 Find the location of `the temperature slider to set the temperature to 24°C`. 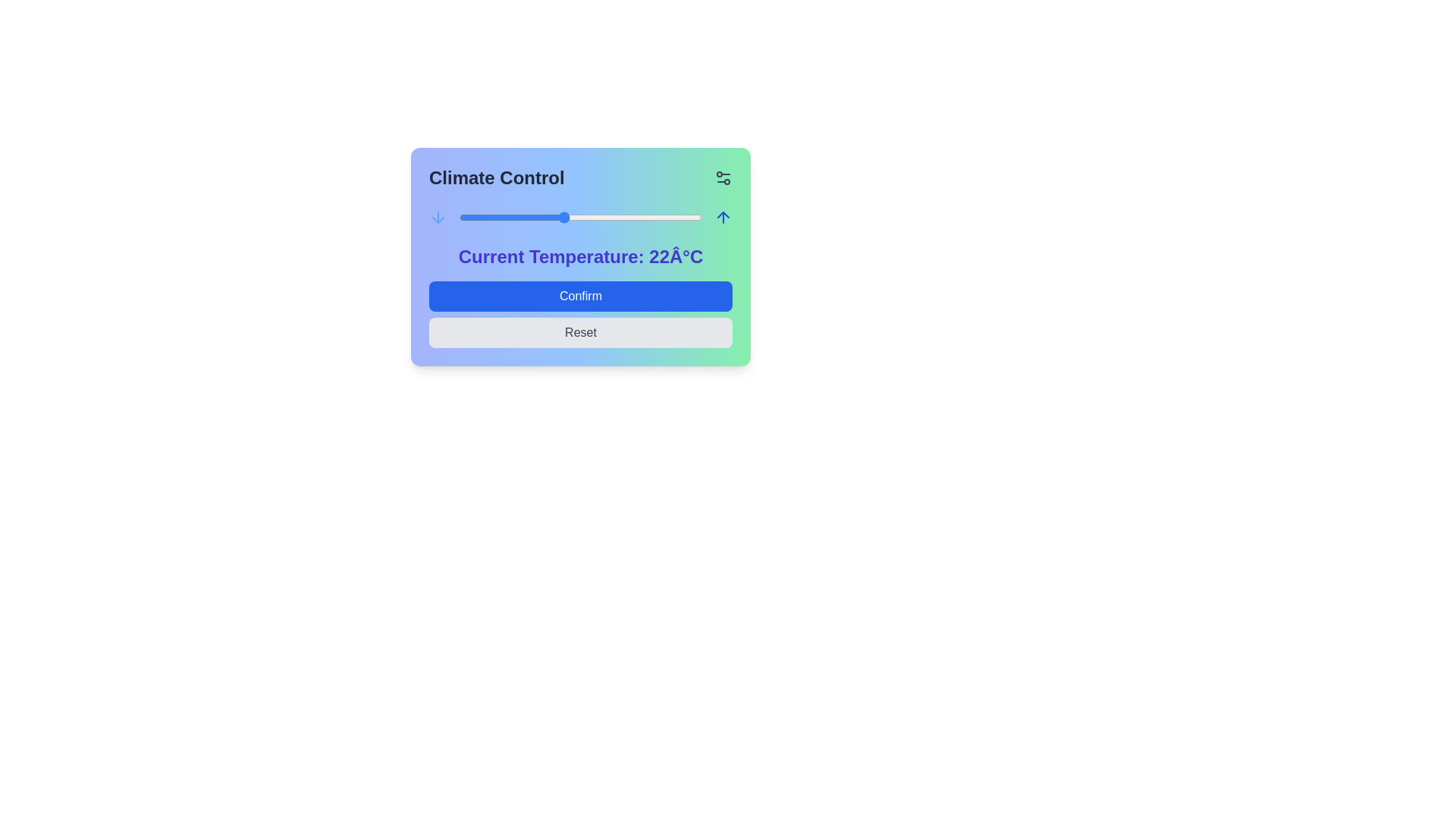

the temperature slider to set the temperature to 24°C is located at coordinates (597, 217).